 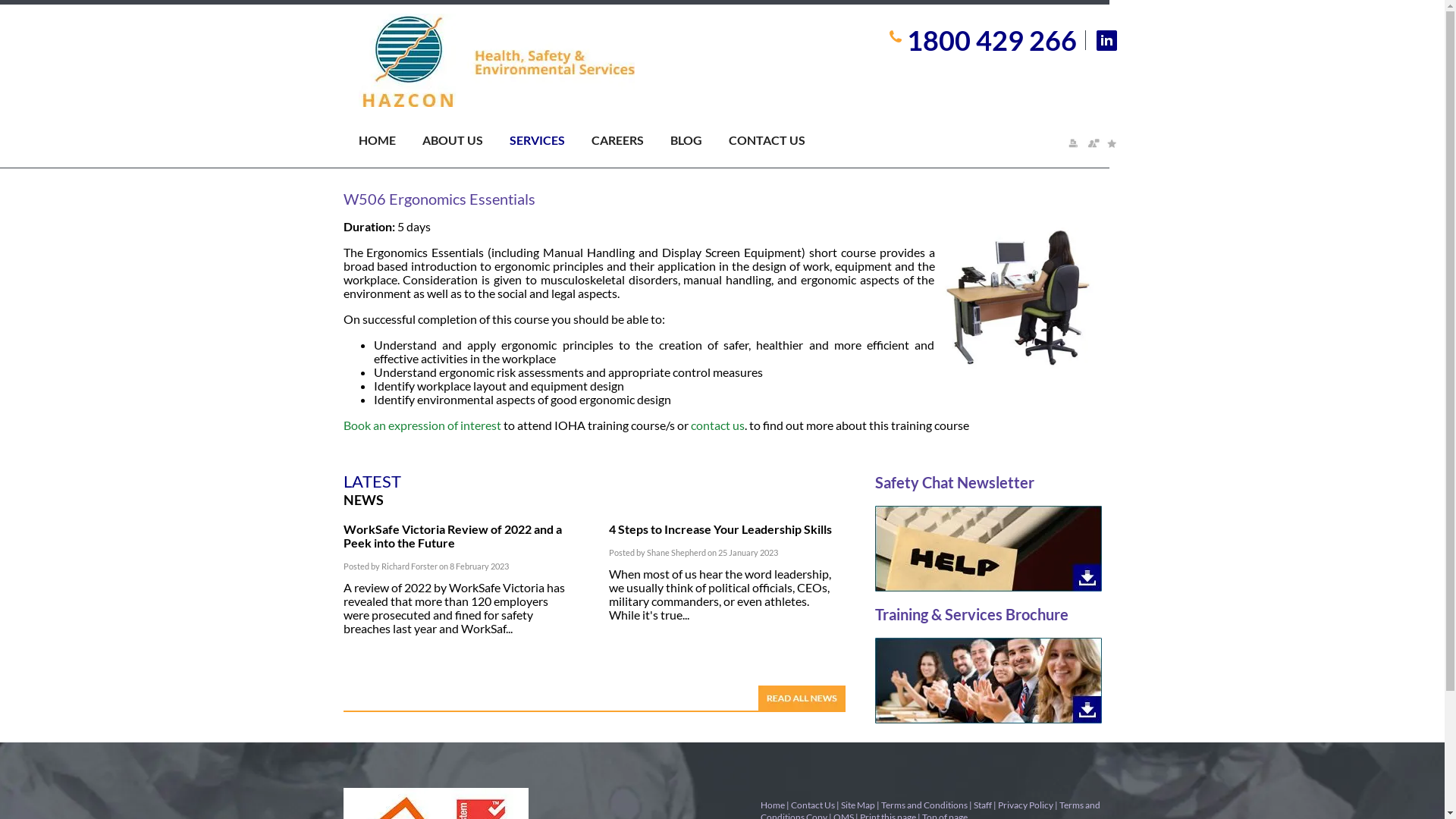 What do you see at coordinates (779, 143) in the screenshot?
I see `'CONTACT US'` at bounding box center [779, 143].